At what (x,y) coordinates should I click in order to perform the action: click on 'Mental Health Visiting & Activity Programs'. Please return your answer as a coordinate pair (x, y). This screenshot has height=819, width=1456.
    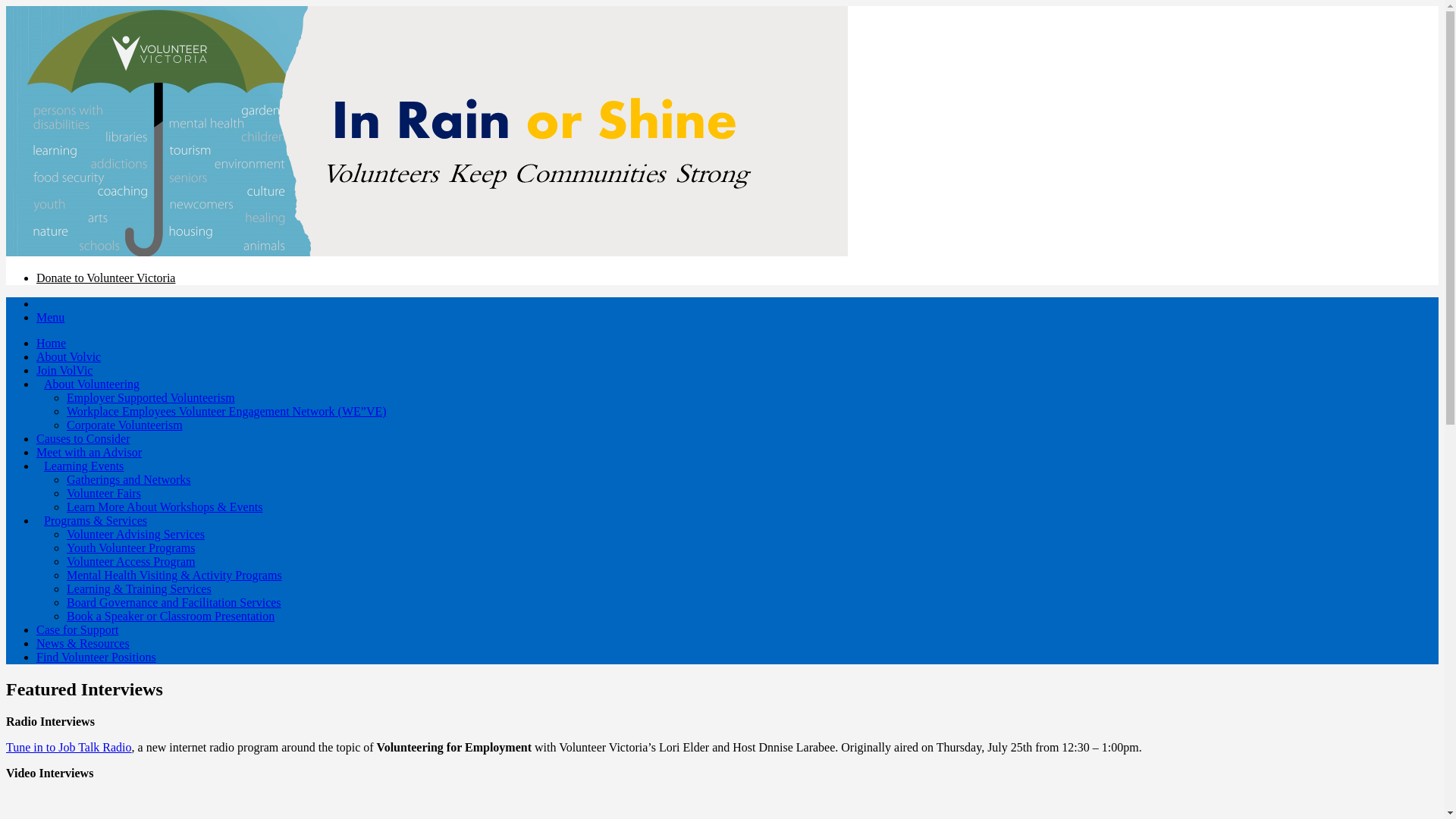
    Looking at the image, I should click on (174, 575).